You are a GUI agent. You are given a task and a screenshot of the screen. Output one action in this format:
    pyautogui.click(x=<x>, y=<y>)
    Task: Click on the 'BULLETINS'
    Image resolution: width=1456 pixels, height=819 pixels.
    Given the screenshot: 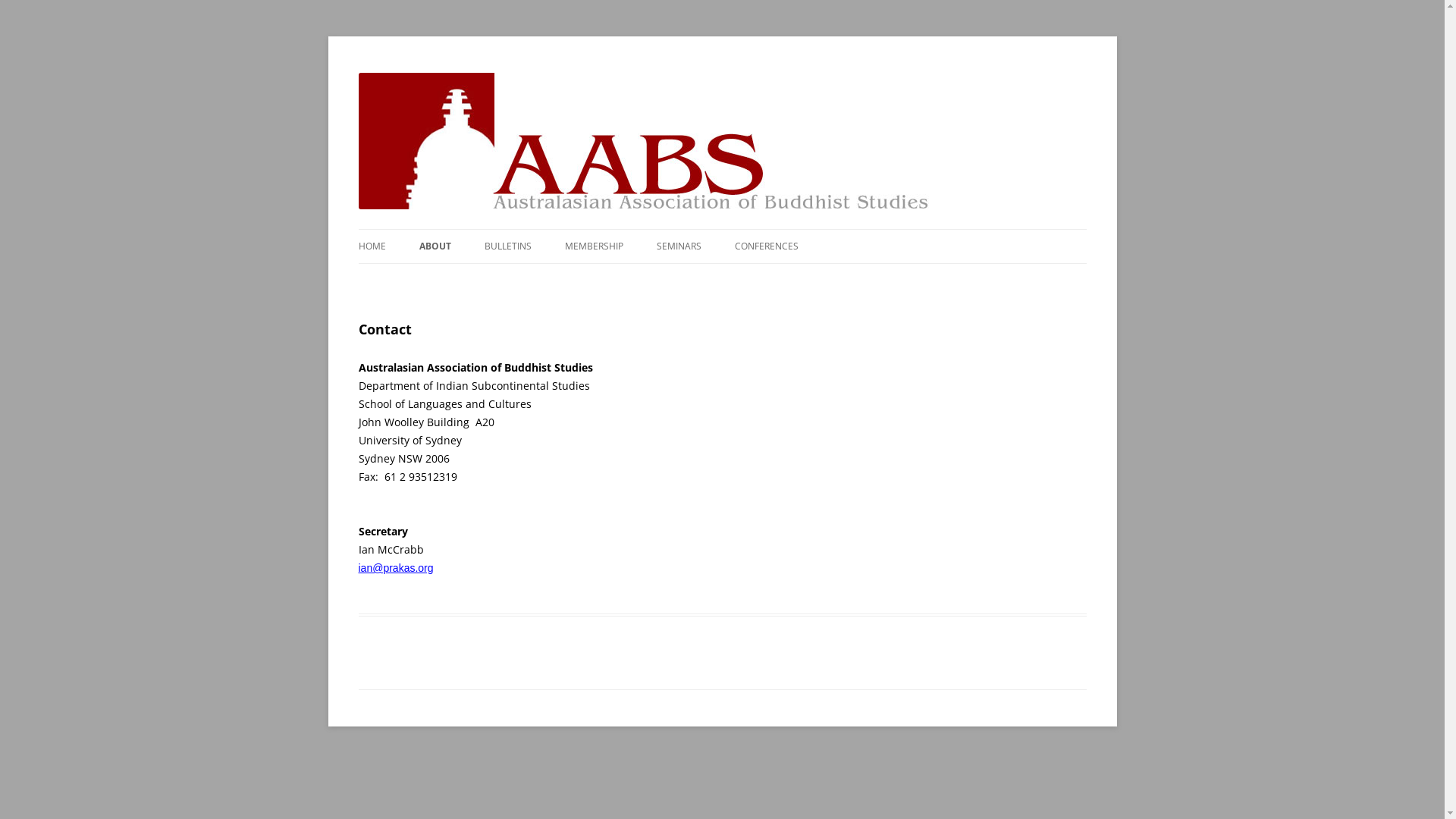 What is the action you would take?
    pyautogui.click(x=507, y=245)
    